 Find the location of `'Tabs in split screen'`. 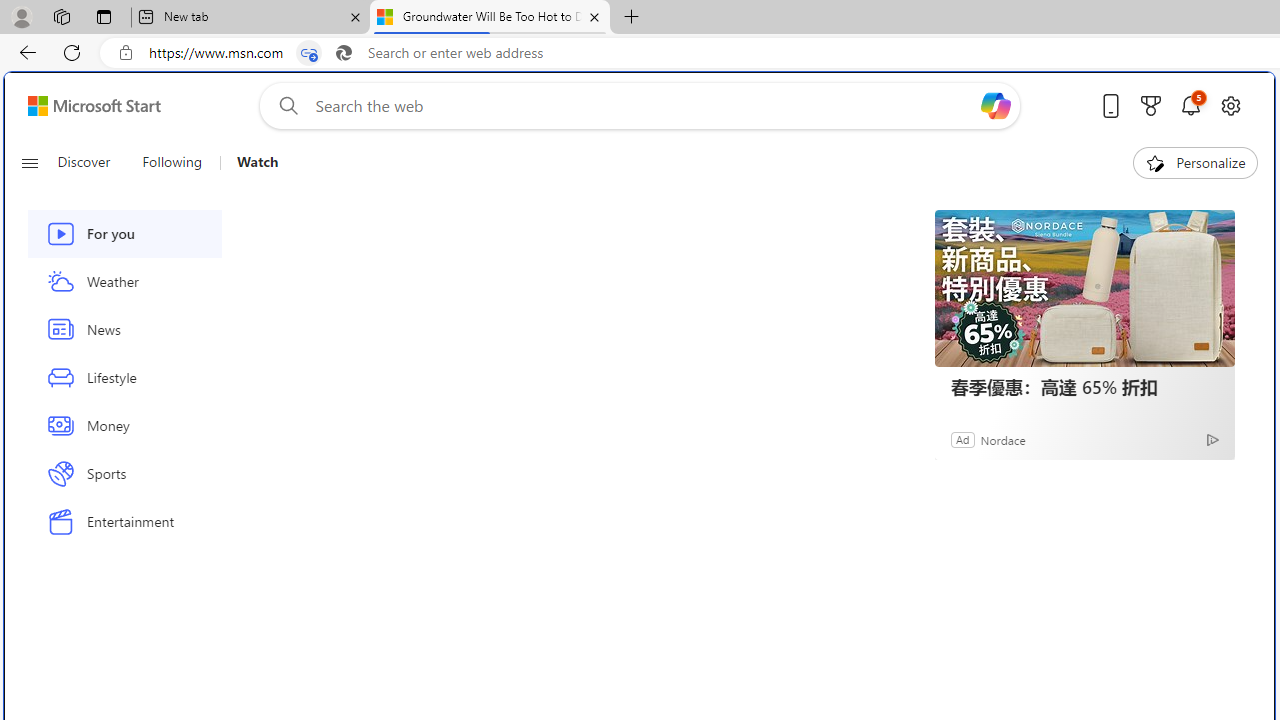

'Tabs in split screen' is located at coordinates (308, 52).